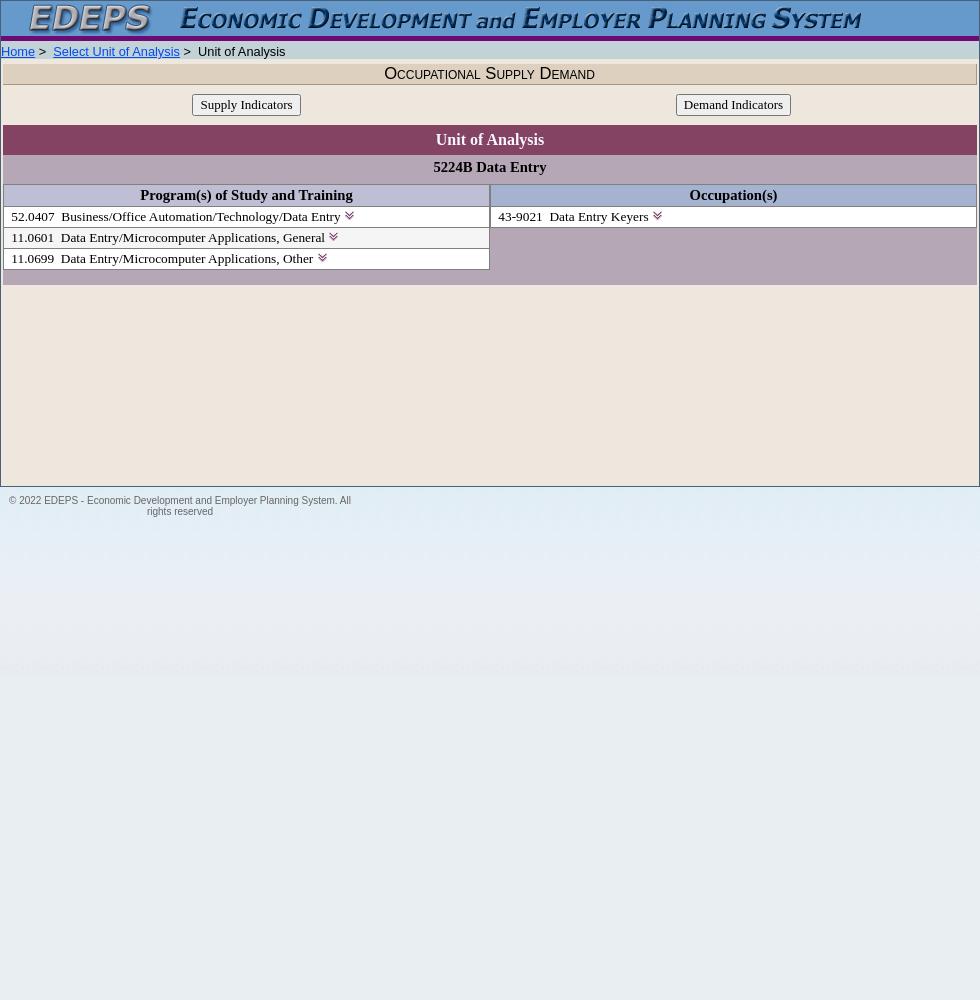  I want to click on 'Occupation(s)', so click(733, 194).